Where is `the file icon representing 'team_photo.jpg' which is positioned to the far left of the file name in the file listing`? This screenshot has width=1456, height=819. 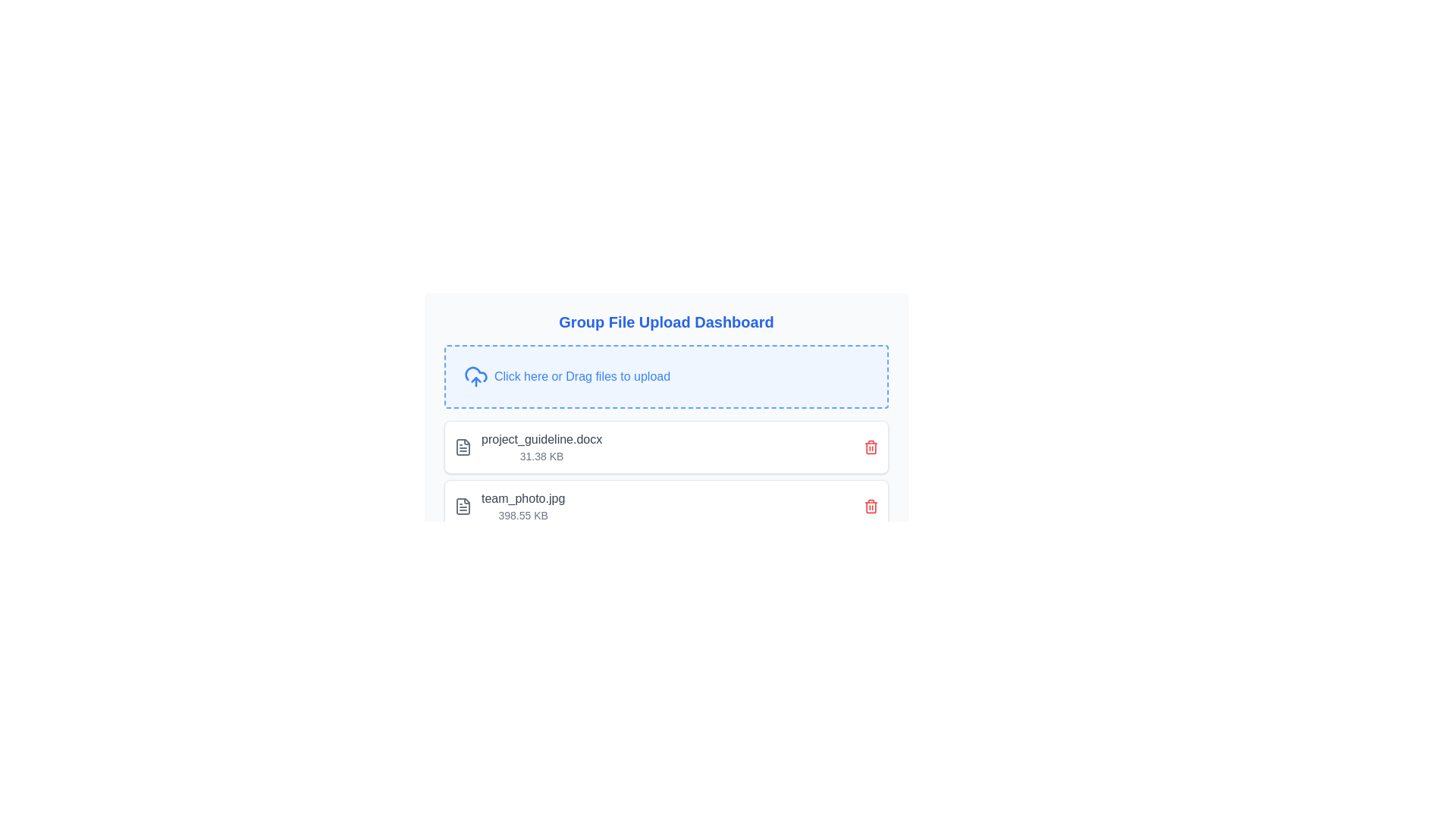 the file icon representing 'team_photo.jpg' which is positioned to the far left of the file name in the file listing is located at coordinates (462, 506).